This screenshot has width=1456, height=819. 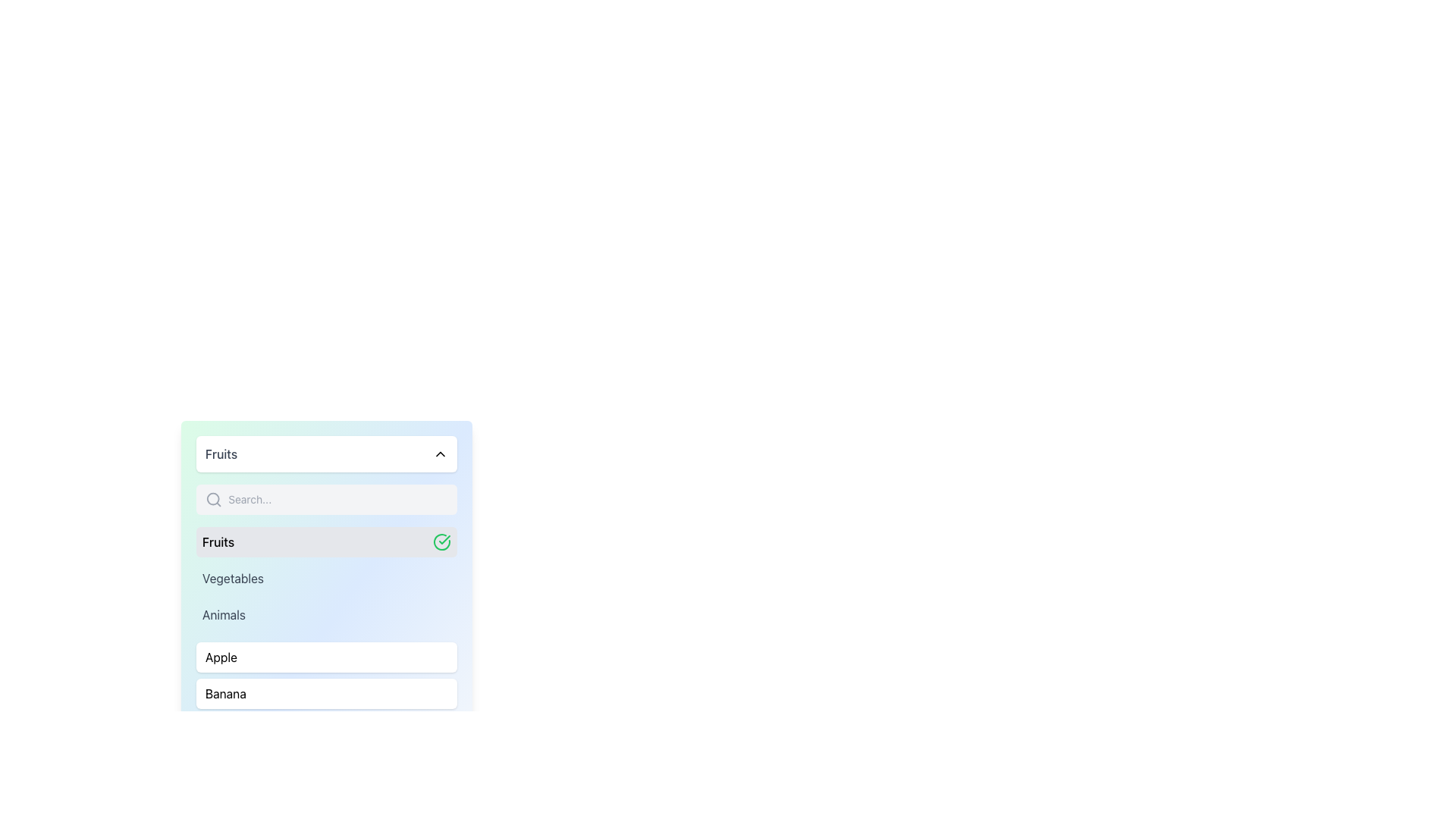 What do you see at coordinates (441, 541) in the screenshot?
I see `the circular checkmark icon with a green border next to the text 'Fruits'` at bounding box center [441, 541].